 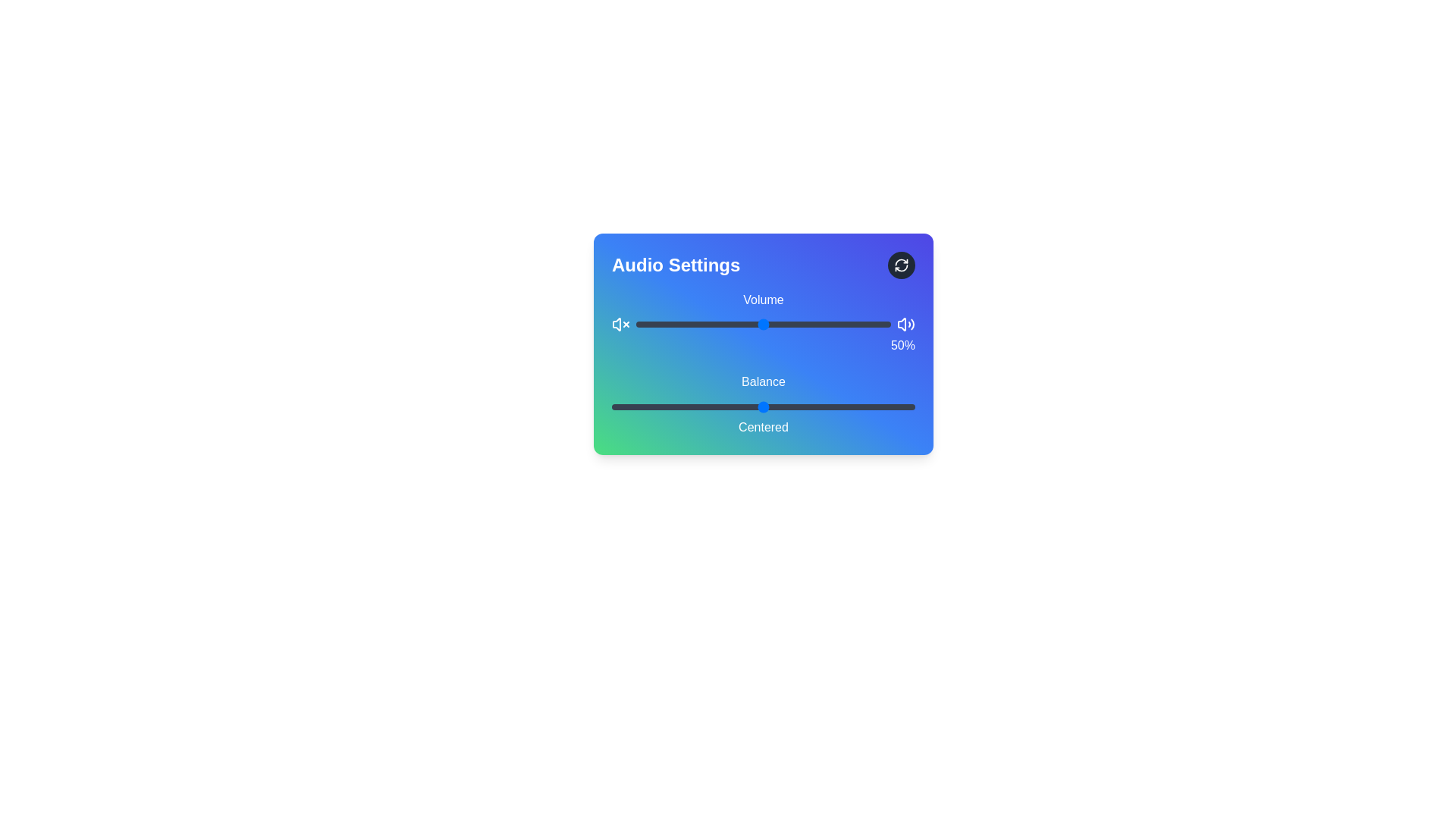 What do you see at coordinates (748, 324) in the screenshot?
I see `the volume slider` at bounding box center [748, 324].